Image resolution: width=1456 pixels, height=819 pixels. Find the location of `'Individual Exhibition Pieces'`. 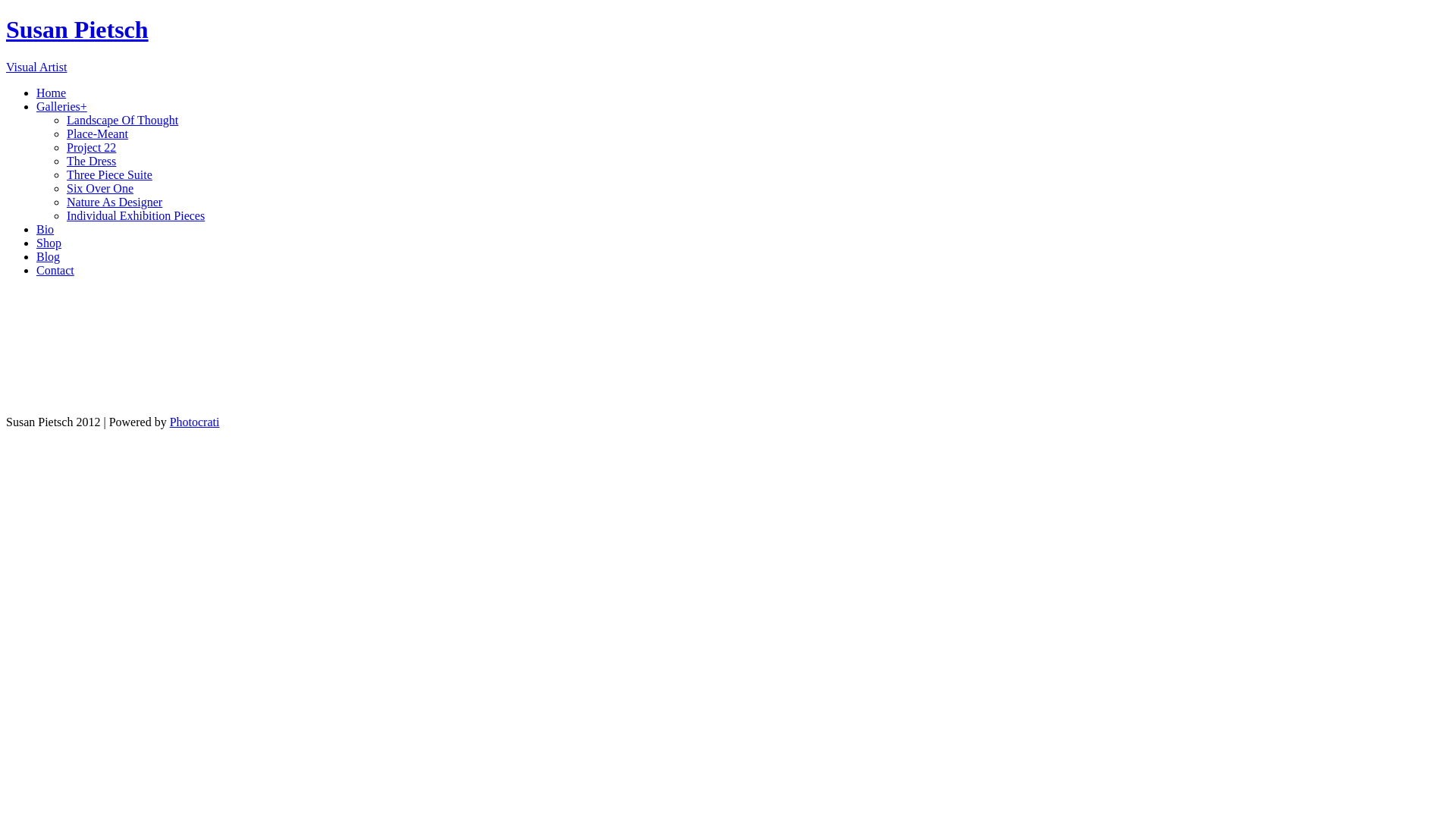

'Individual Exhibition Pieces' is located at coordinates (135, 215).